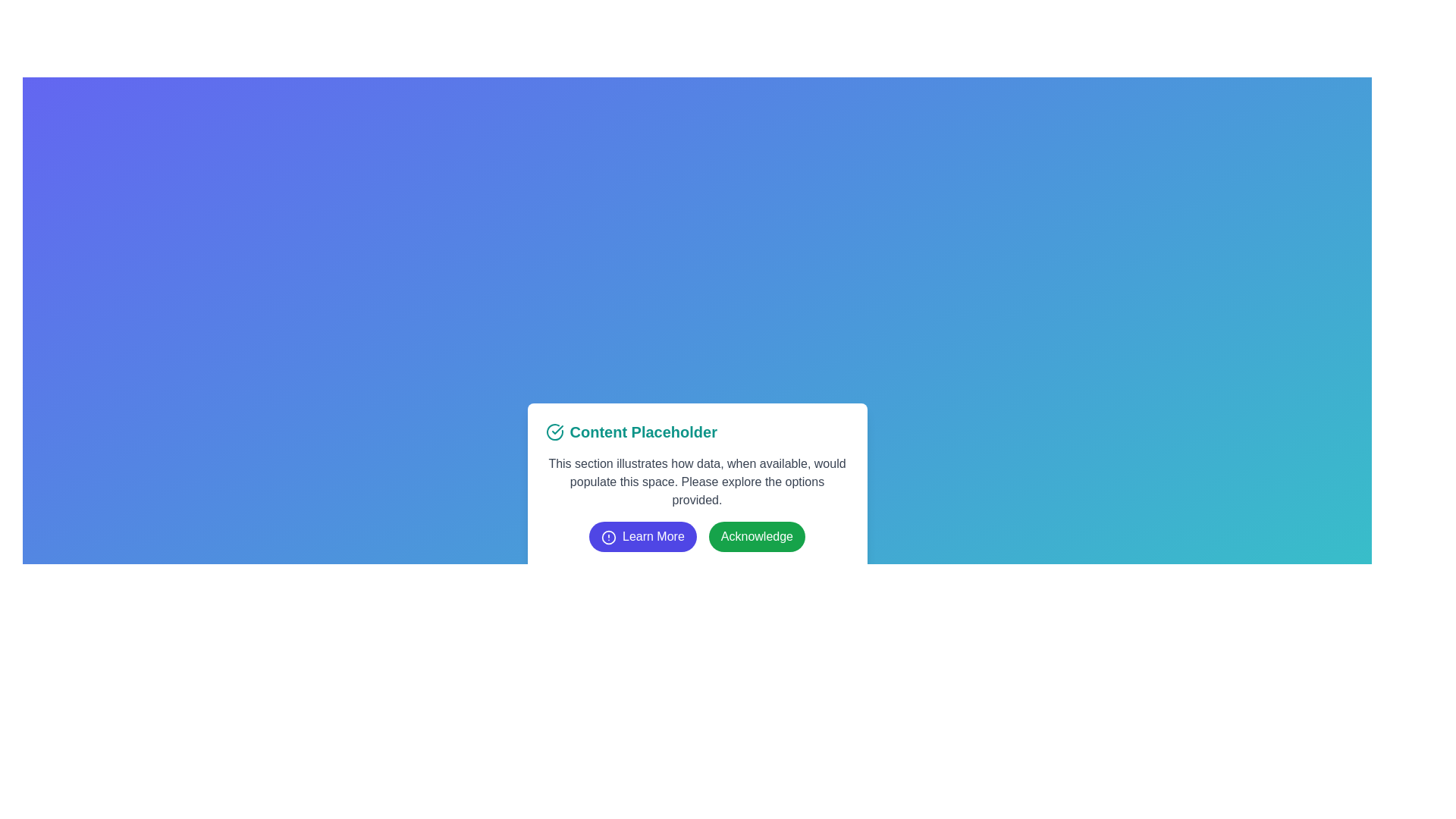 The width and height of the screenshot is (1456, 819). What do you see at coordinates (643, 432) in the screenshot?
I see `the Text label located at the top center of the white card, which serves as a heading or label for the content section` at bounding box center [643, 432].